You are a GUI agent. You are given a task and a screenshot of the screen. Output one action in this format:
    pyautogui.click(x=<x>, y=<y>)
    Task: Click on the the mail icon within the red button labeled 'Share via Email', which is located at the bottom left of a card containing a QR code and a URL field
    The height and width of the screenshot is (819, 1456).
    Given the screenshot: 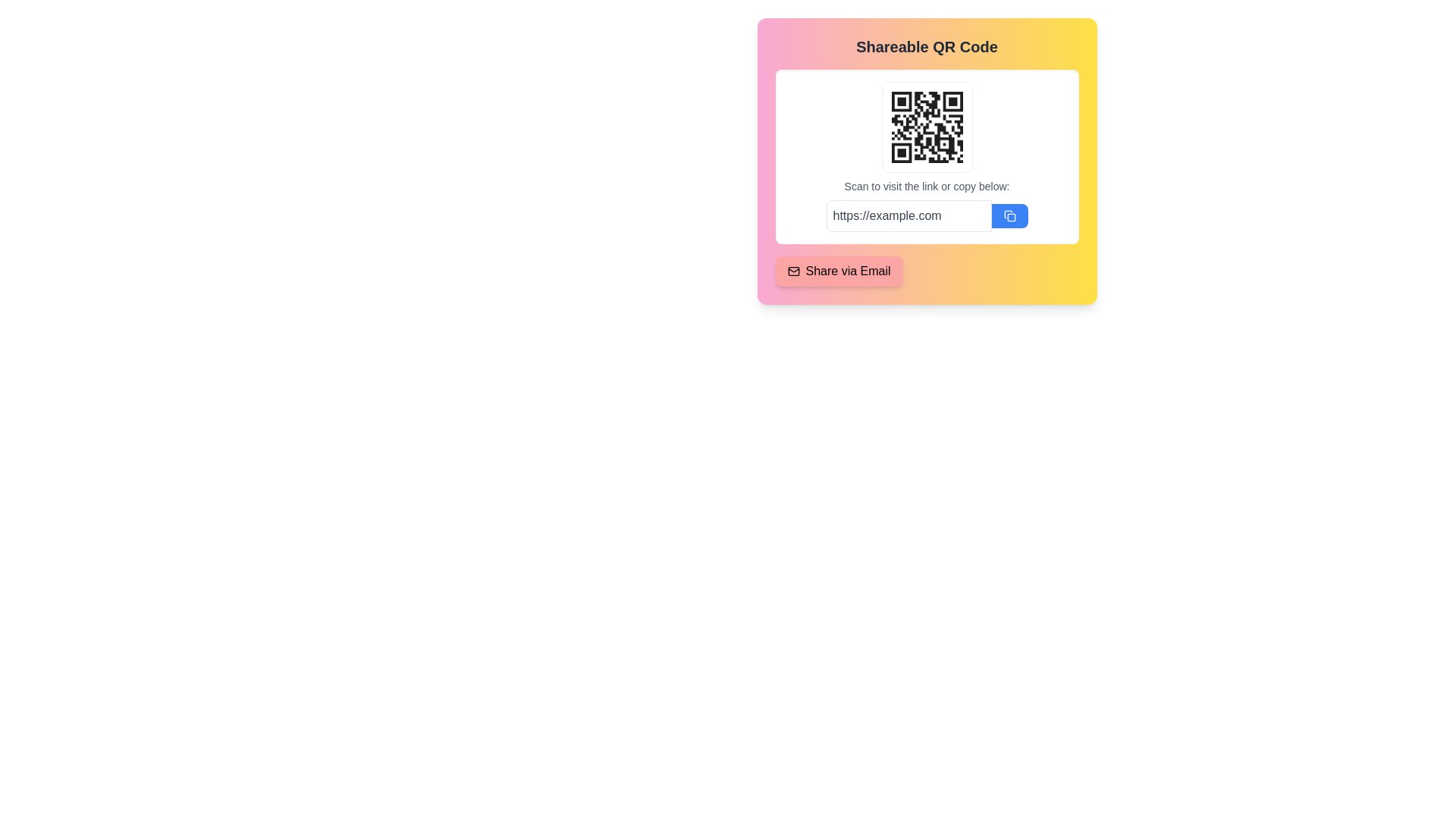 What is the action you would take?
    pyautogui.click(x=792, y=271)
    